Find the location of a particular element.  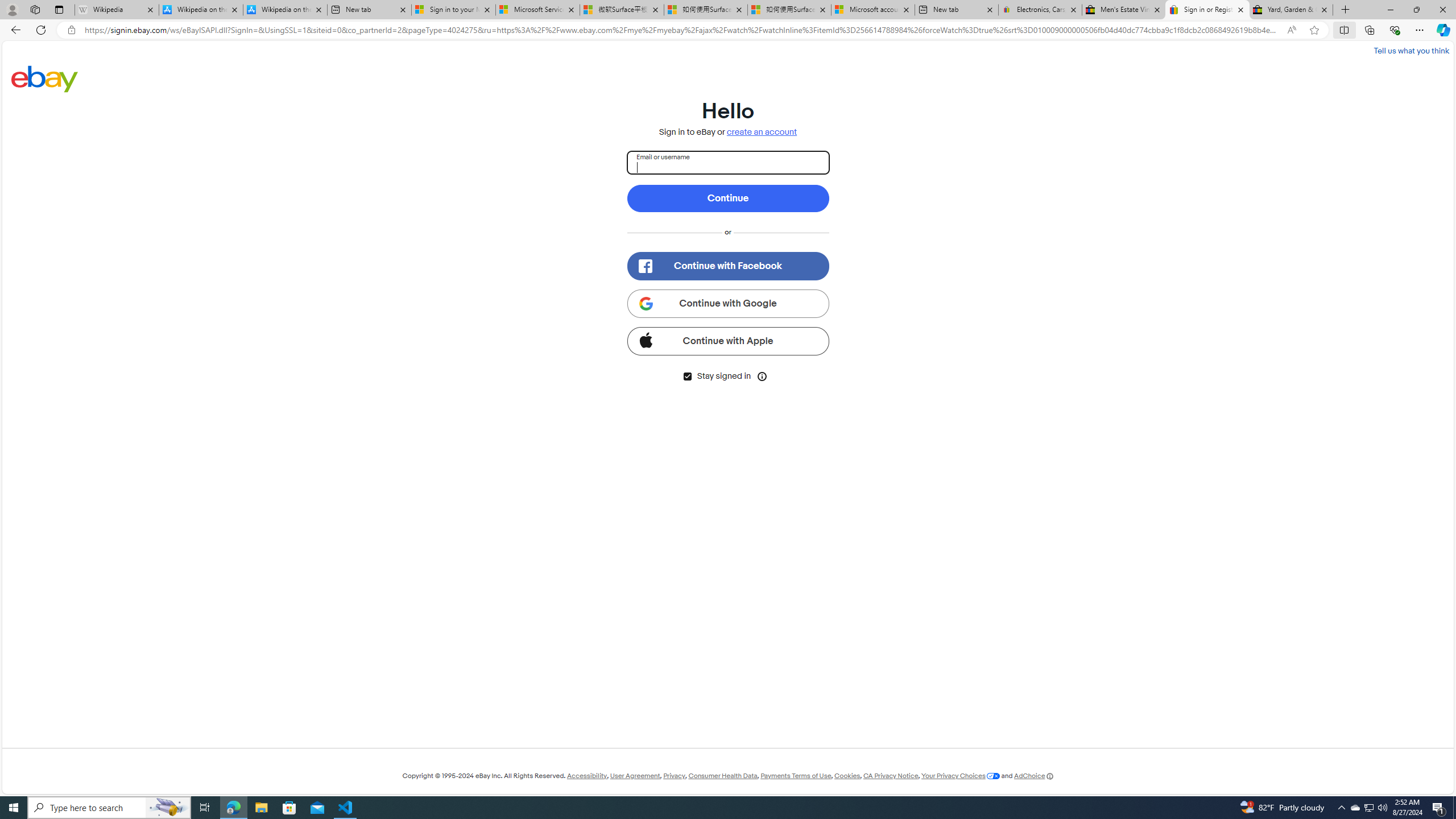

'Continue with Facebook' is located at coordinates (728, 266).